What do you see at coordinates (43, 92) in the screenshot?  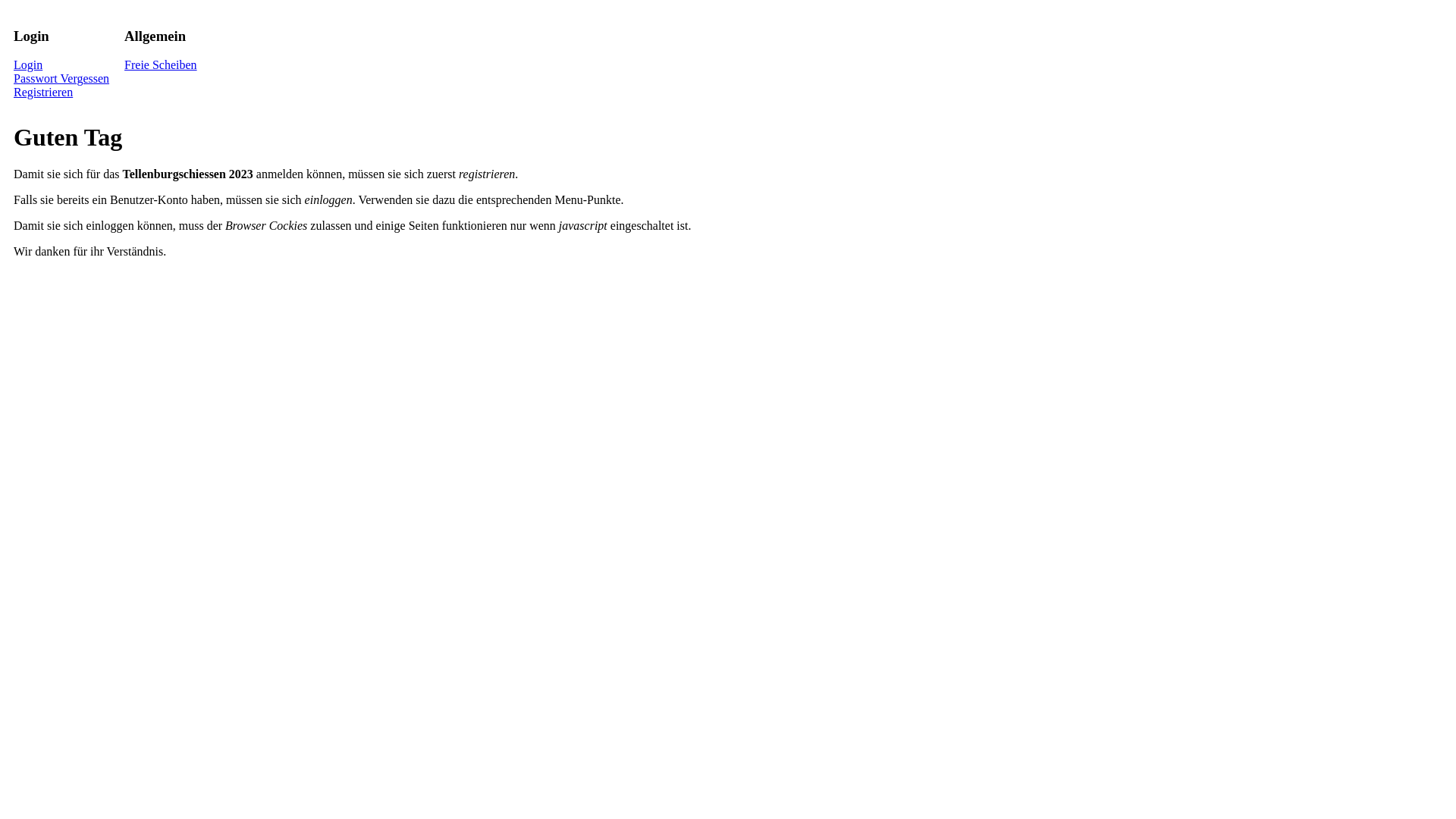 I see `'Registrieren'` at bounding box center [43, 92].